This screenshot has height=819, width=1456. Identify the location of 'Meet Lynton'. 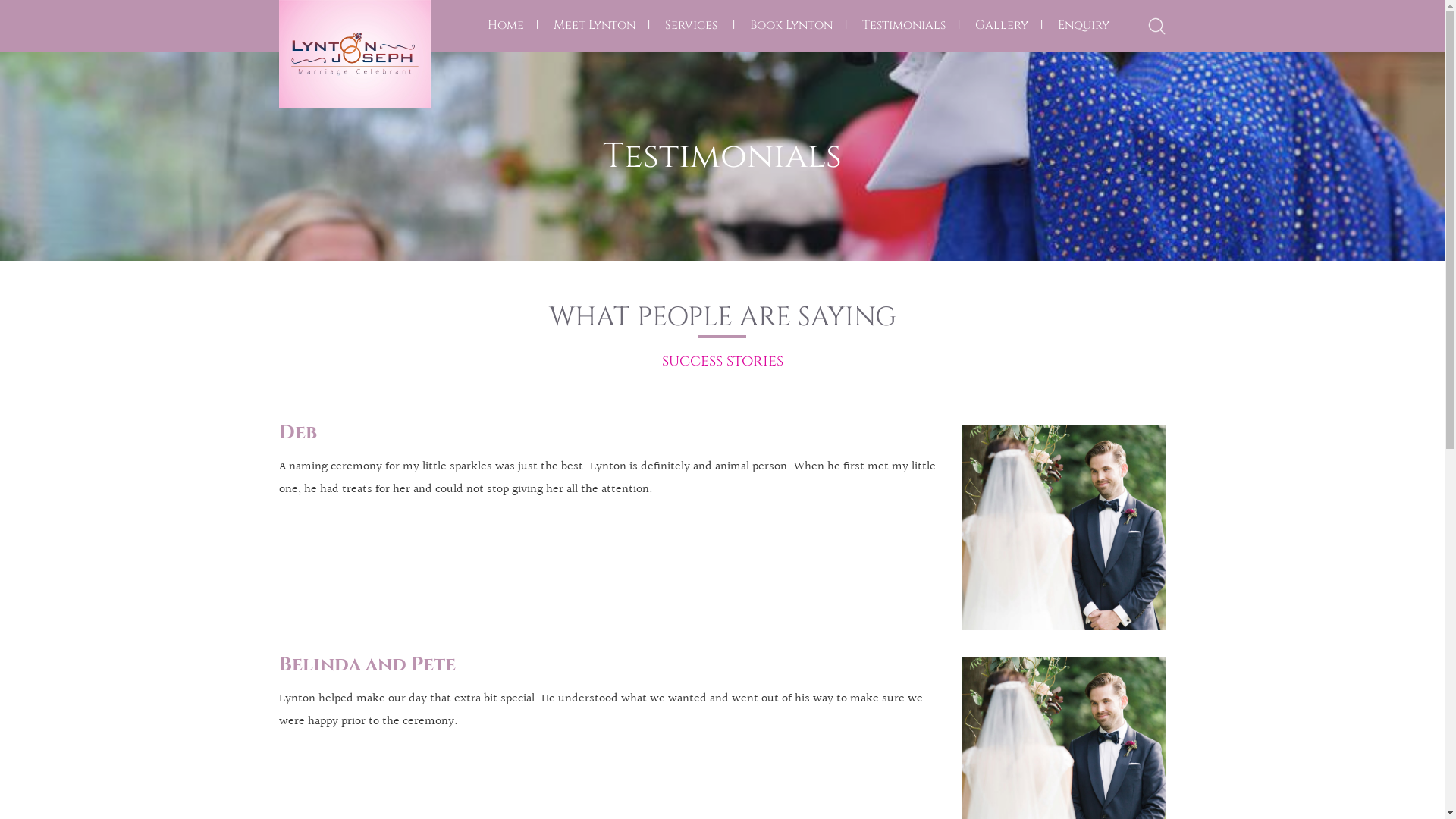
(593, 25).